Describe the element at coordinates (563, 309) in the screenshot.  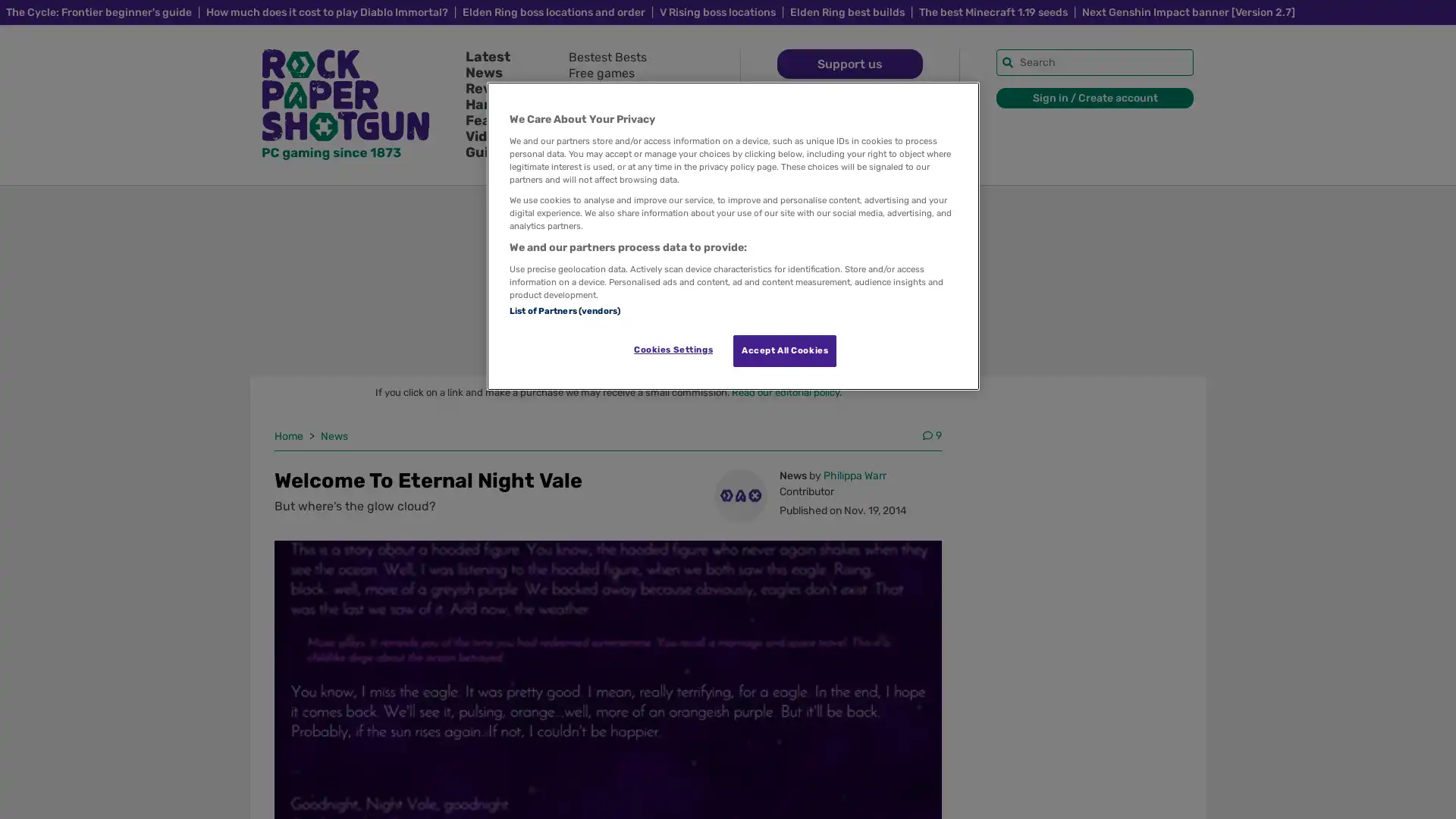
I see `List of Partners (vendors)` at that location.